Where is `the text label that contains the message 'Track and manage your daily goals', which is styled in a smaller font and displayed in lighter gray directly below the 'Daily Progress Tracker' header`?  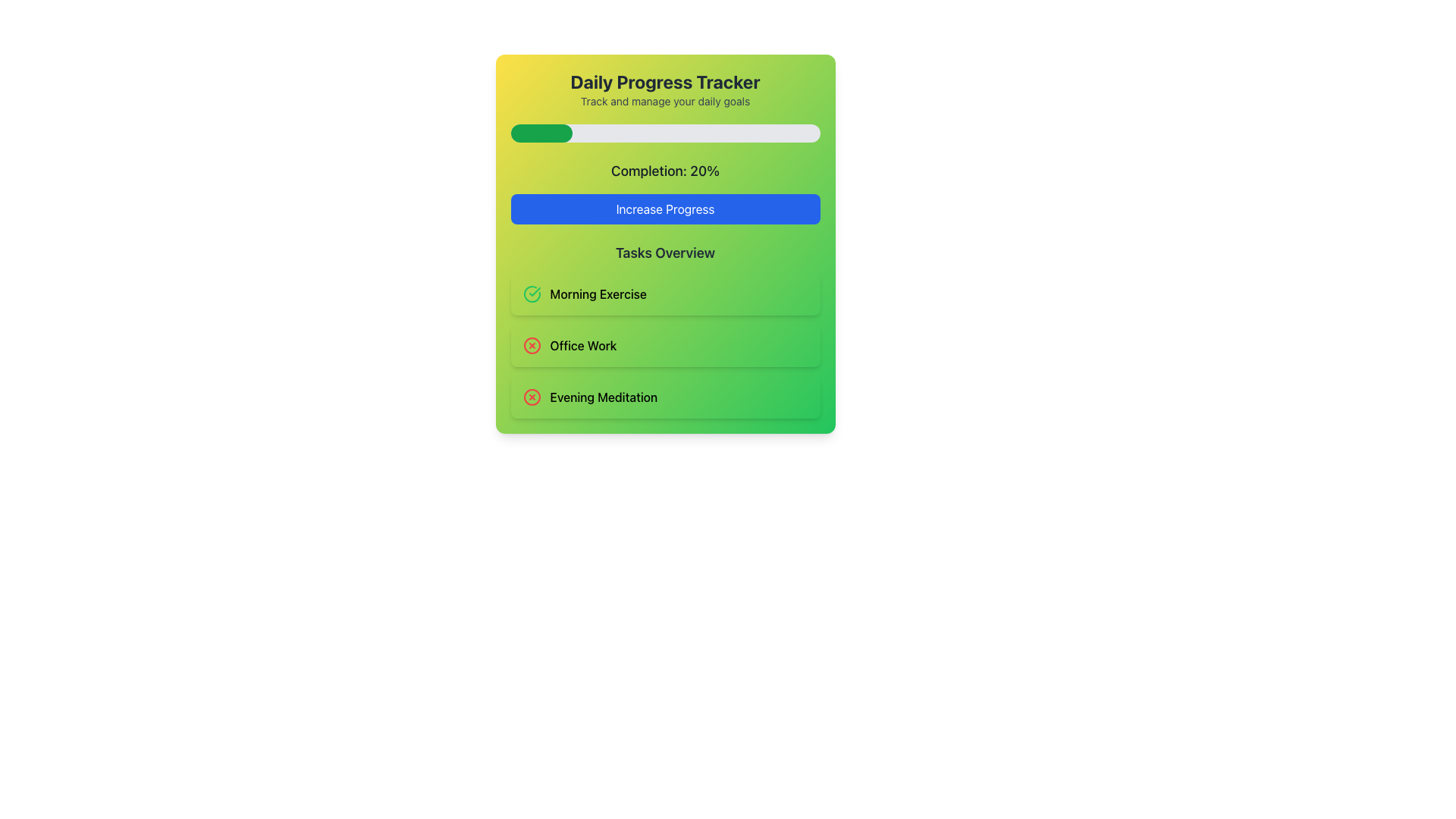 the text label that contains the message 'Track and manage your daily goals', which is styled in a smaller font and displayed in lighter gray directly below the 'Daily Progress Tracker' header is located at coordinates (665, 102).